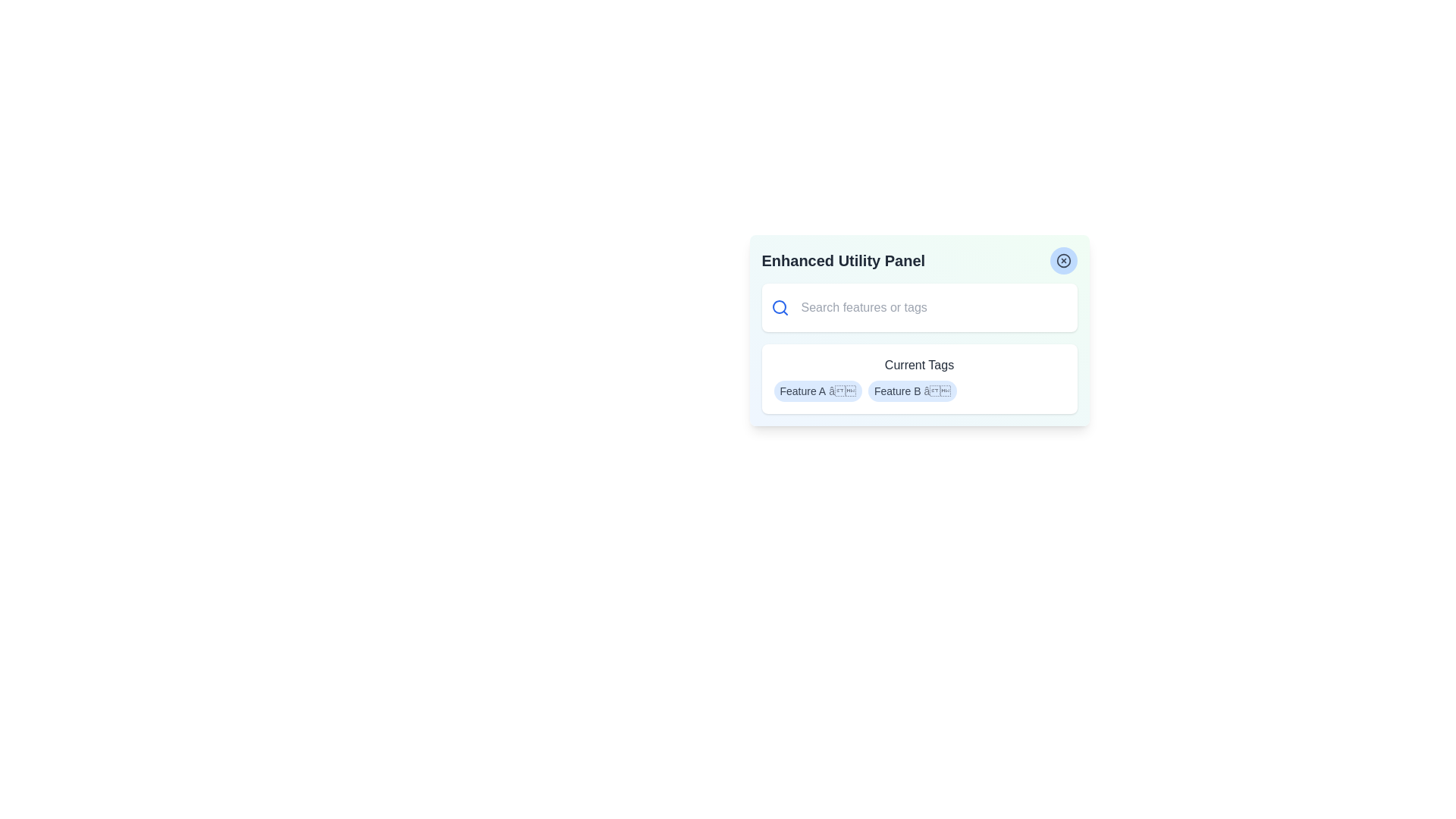 Image resolution: width=1456 pixels, height=819 pixels. What do you see at coordinates (912, 391) in the screenshot?
I see `the interactive cross icon on the Tag-like button labeled 'Feature B✓'` at bounding box center [912, 391].